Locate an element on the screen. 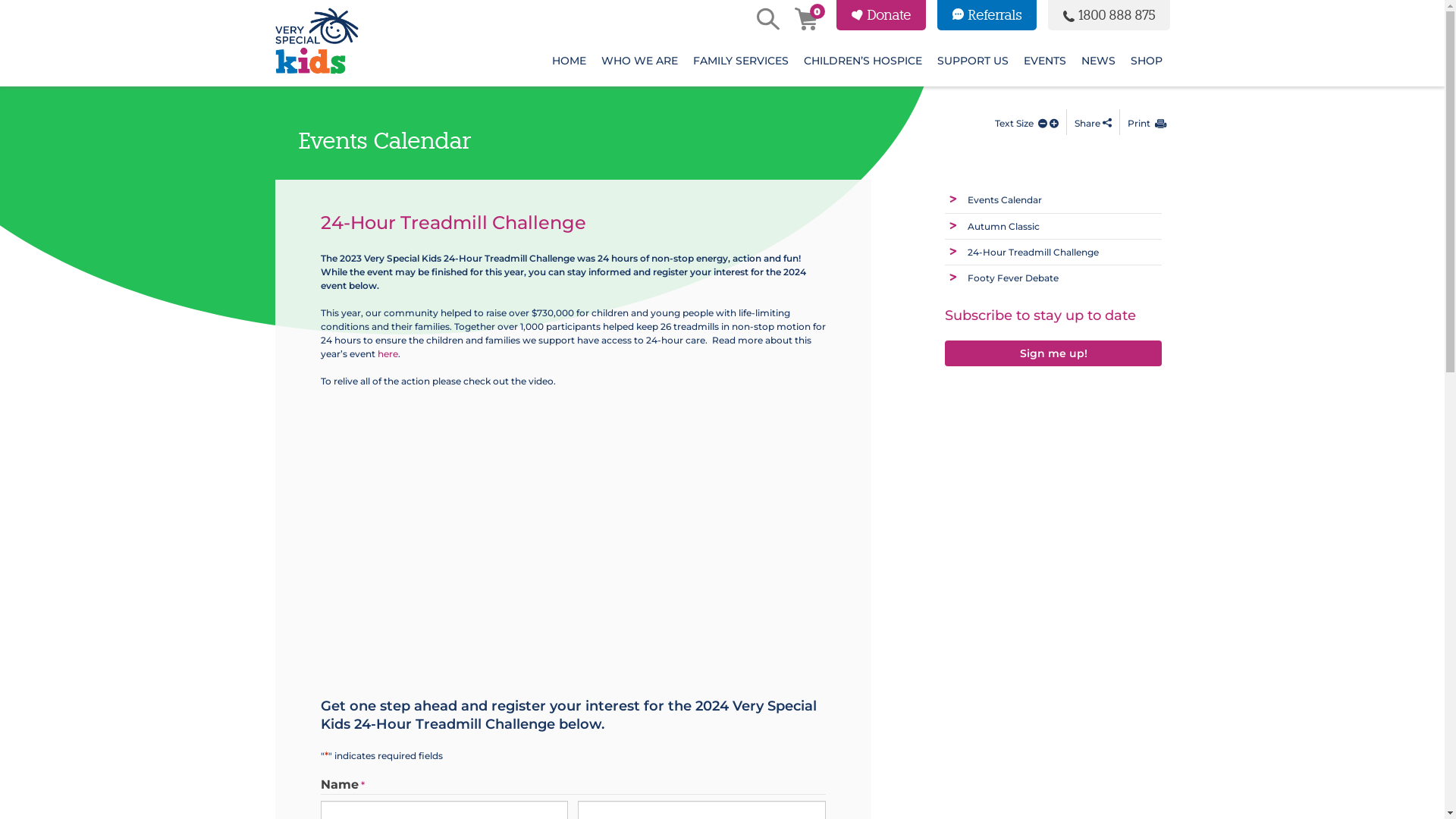 Image resolution: width=1456 pixels, height=819 pixels. '1800 888 875' is located at coordinates (1109, 14).